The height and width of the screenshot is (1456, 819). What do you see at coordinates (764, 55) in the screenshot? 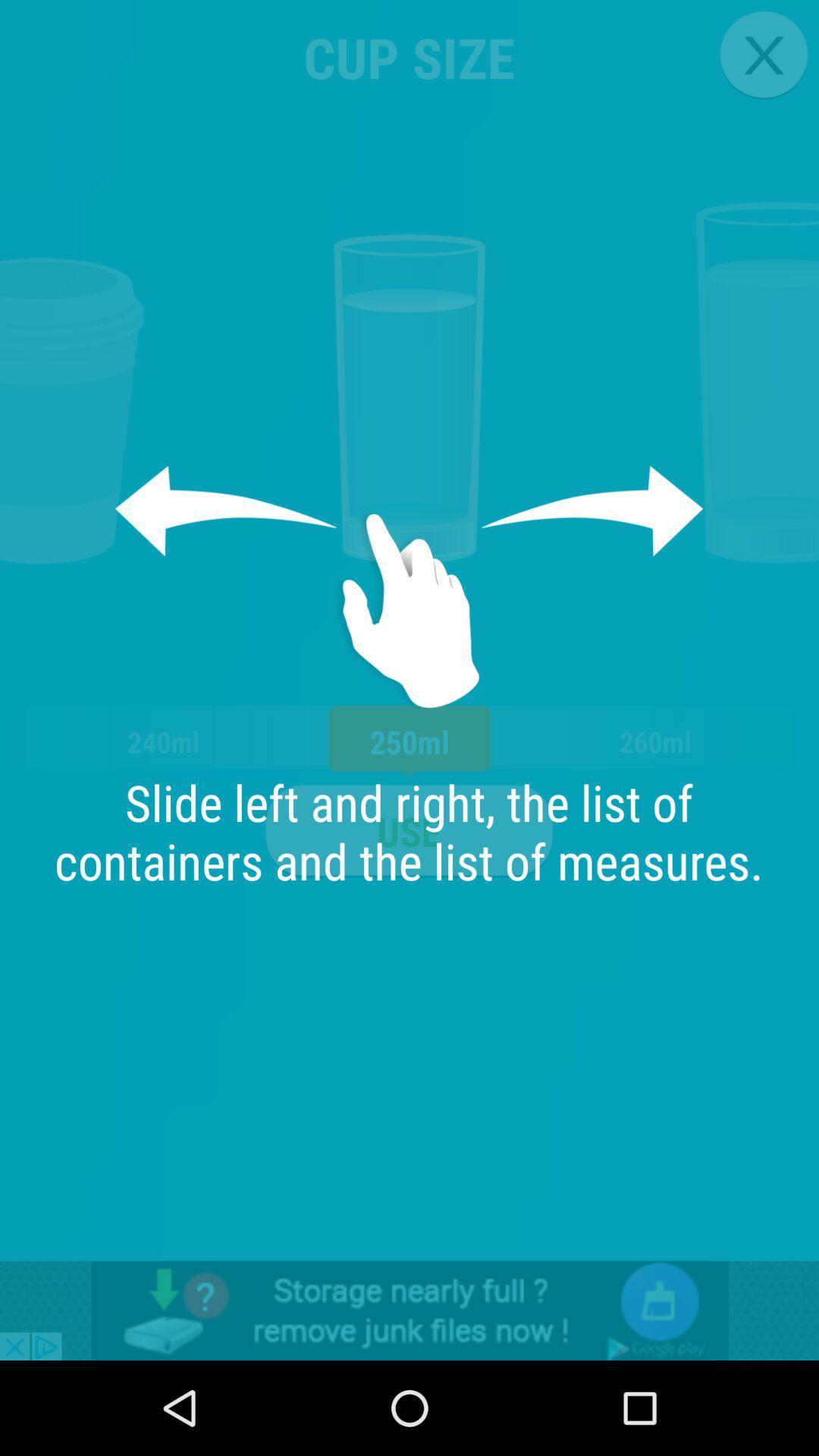
I see `the app to the right of cup size item` at bounding box center [764, 55].